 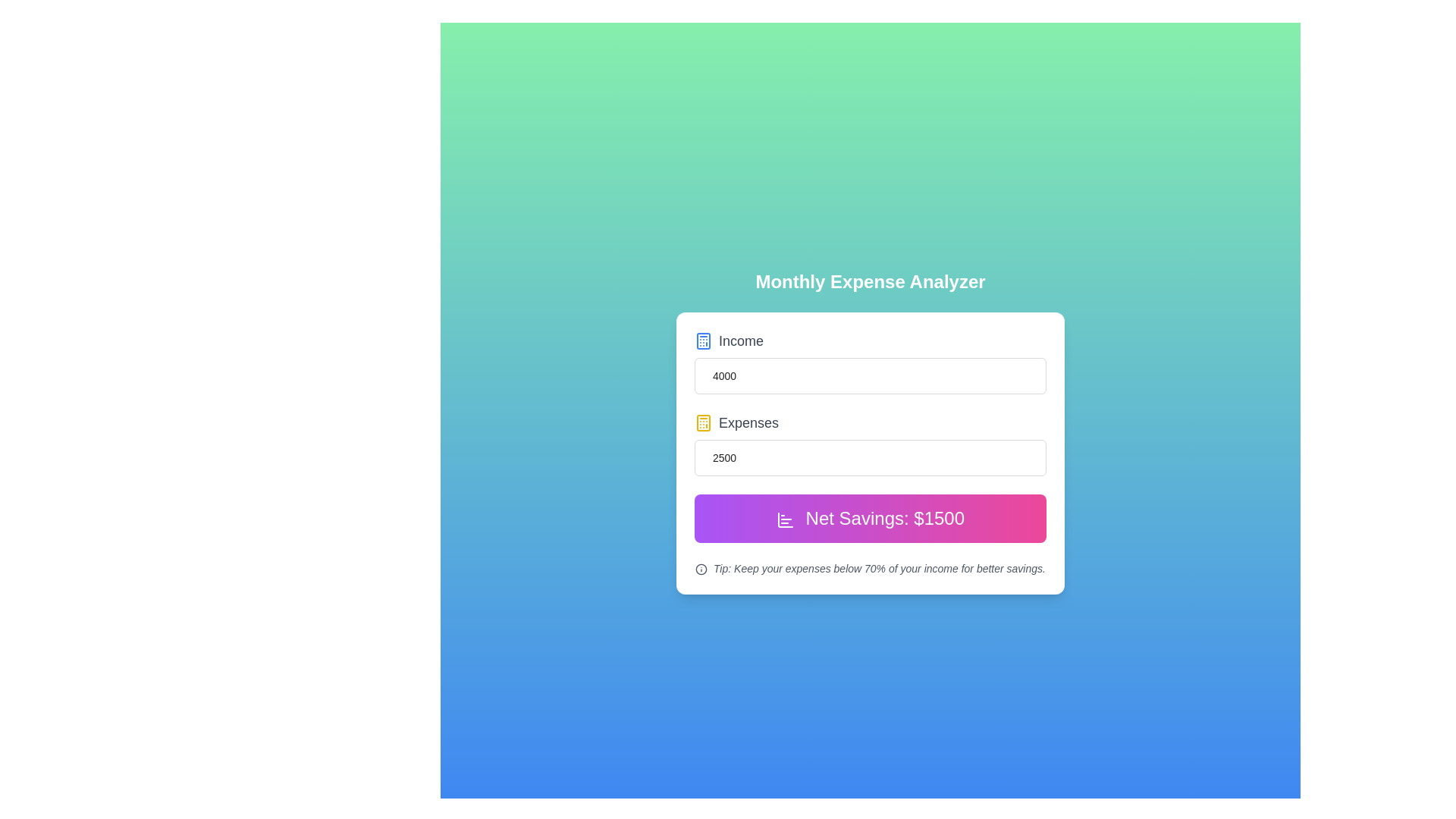 What do you see at coordinates (1045, 384) in the screenshot?
I see `the small, downward-pointing arrow button located directly below the 'Increase Value' button in the numeric input control interface for 'Income'` at bounding box center [1045, 384].